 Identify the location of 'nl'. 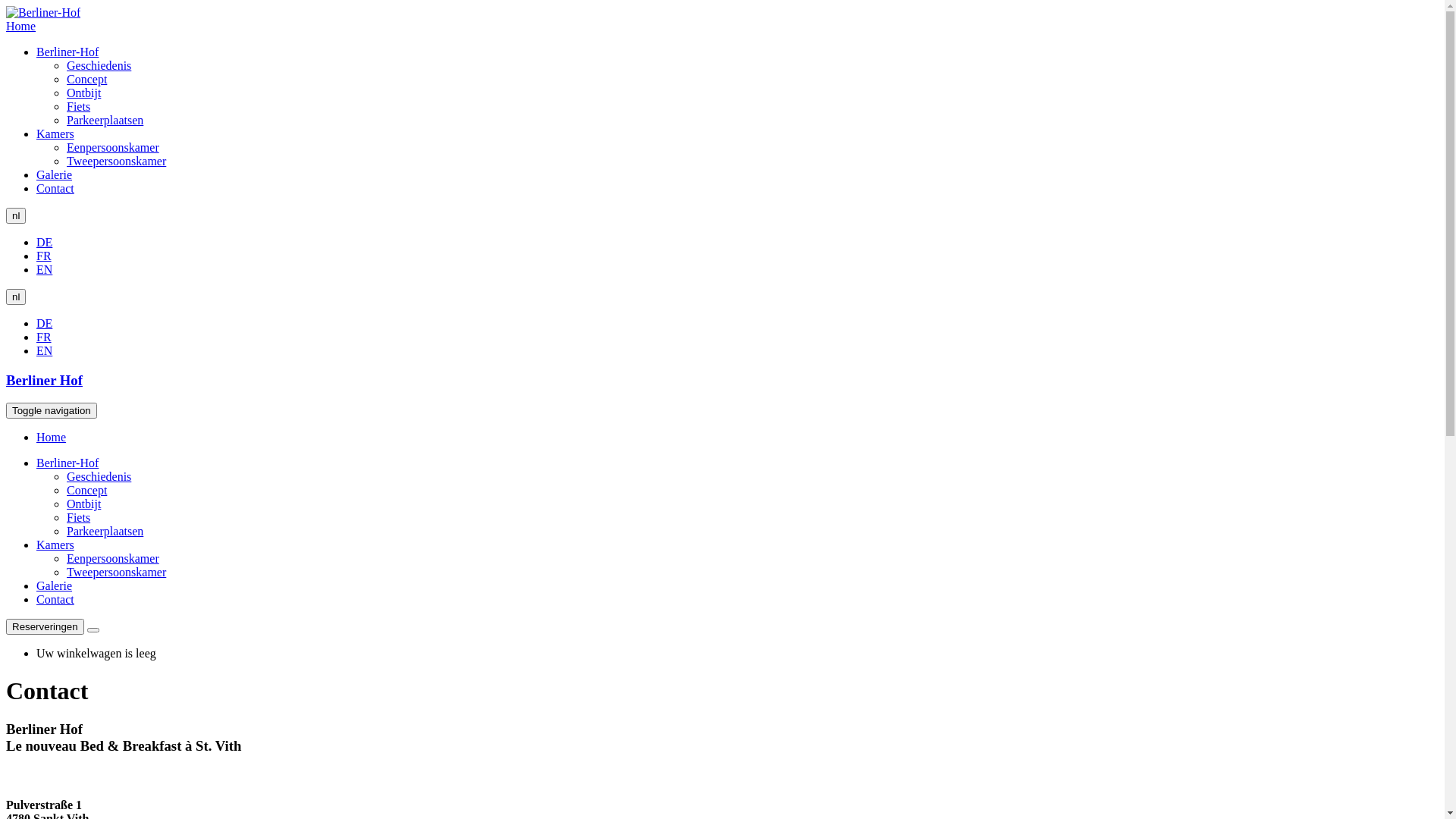
(15, 215).